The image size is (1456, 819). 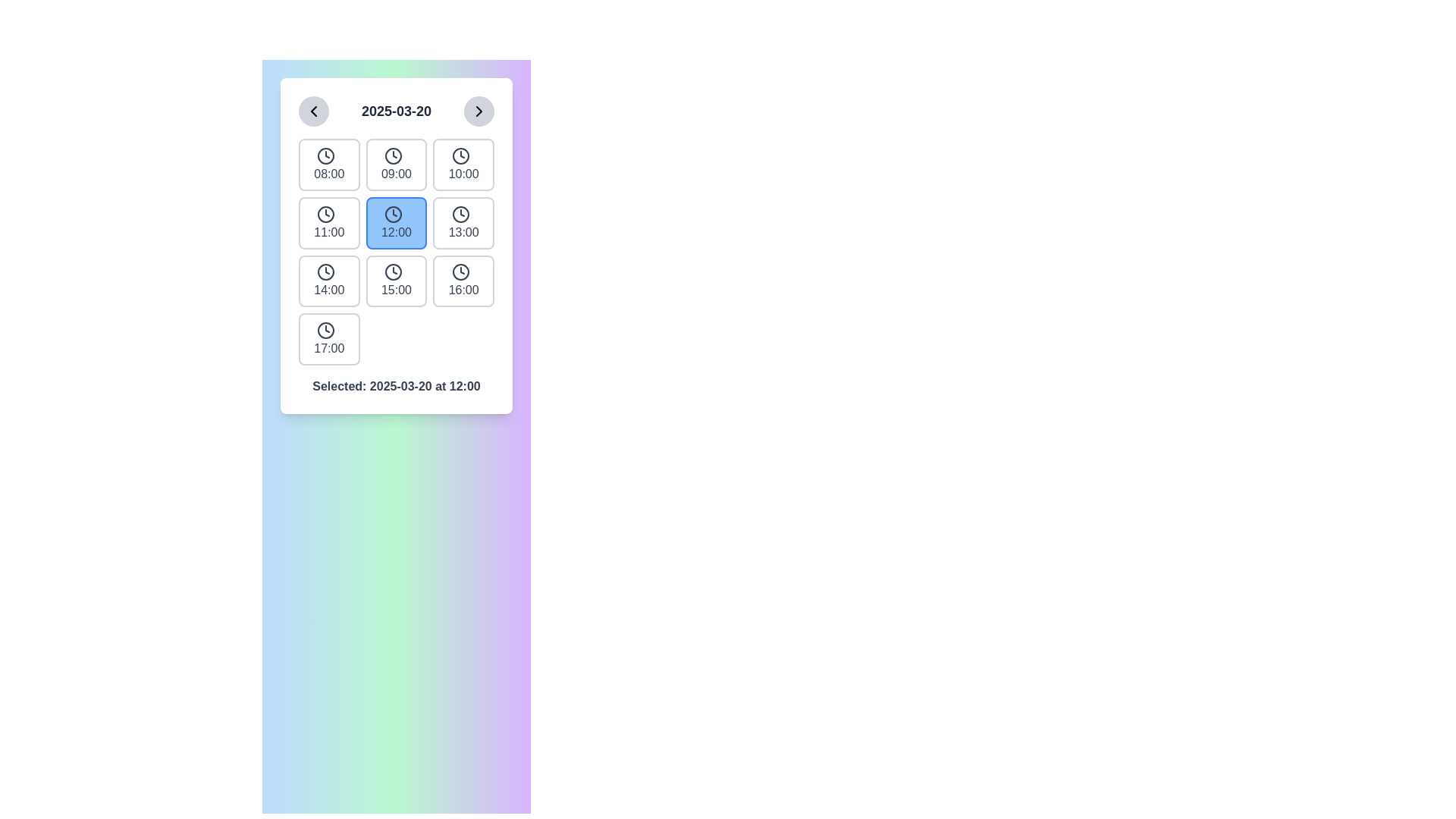 I want to click on the time selection button labeled '08:00' located in the top-left corner of the grid layout, so click(x=328, y=165).